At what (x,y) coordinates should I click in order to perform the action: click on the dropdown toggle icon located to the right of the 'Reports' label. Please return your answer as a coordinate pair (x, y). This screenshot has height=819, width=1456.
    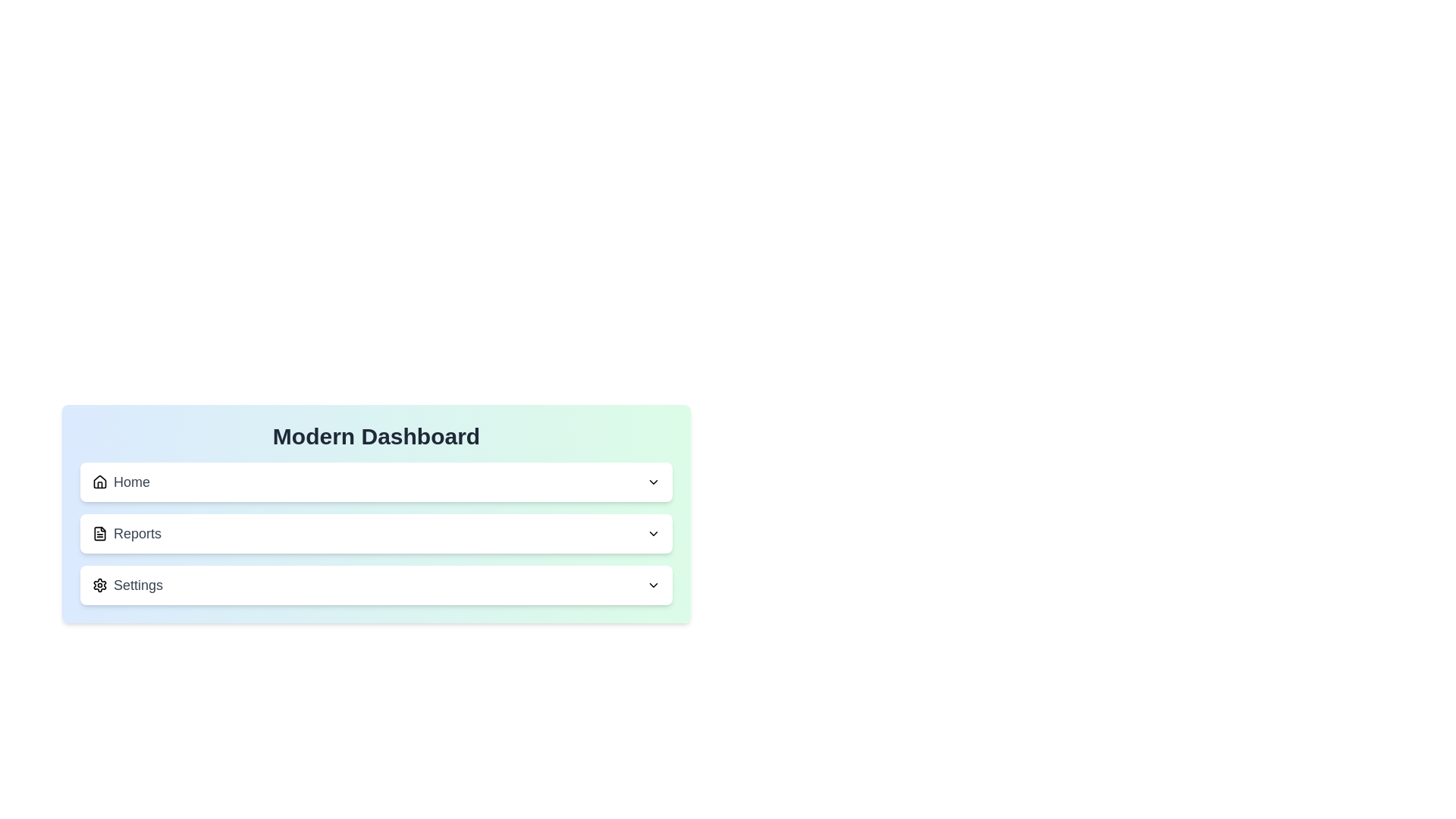
    Looking at the image, I should click on (654, 533).